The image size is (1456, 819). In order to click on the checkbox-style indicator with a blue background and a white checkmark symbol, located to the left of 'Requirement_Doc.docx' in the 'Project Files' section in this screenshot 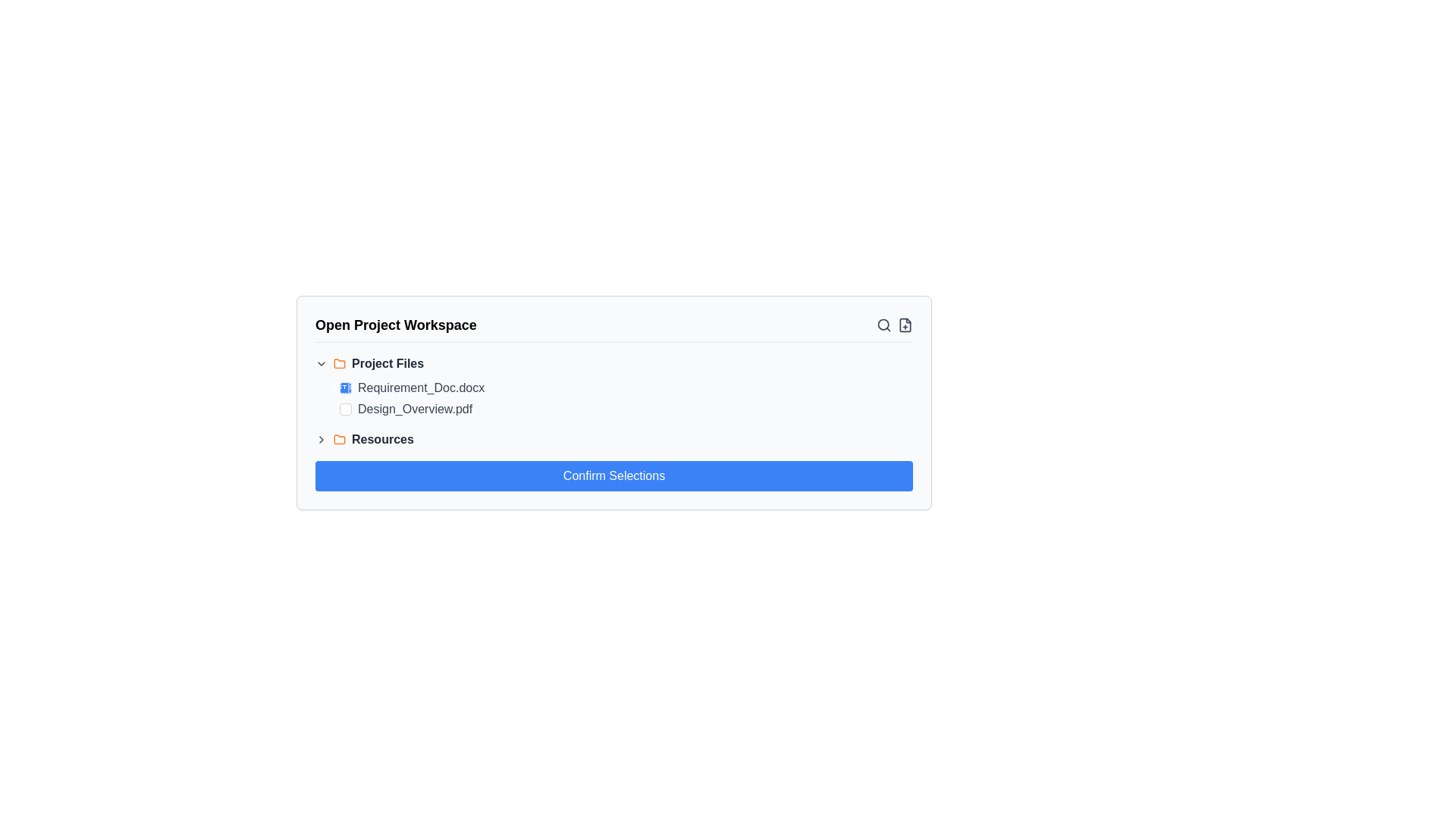, I will do `click(345, 388)`.